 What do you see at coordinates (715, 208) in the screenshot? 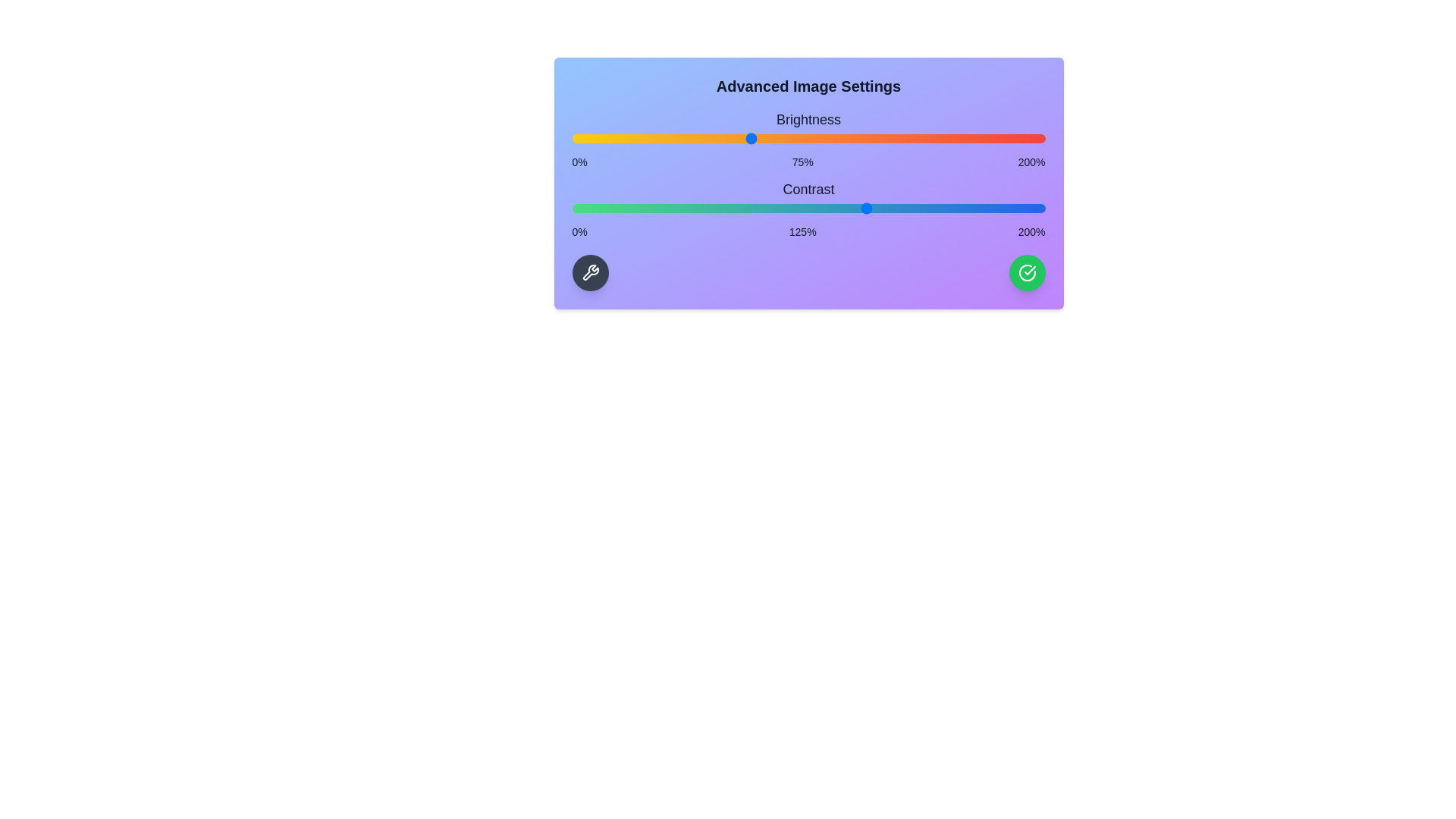
I see `the contrast slider to 61%` at bounding box center [715, 208].